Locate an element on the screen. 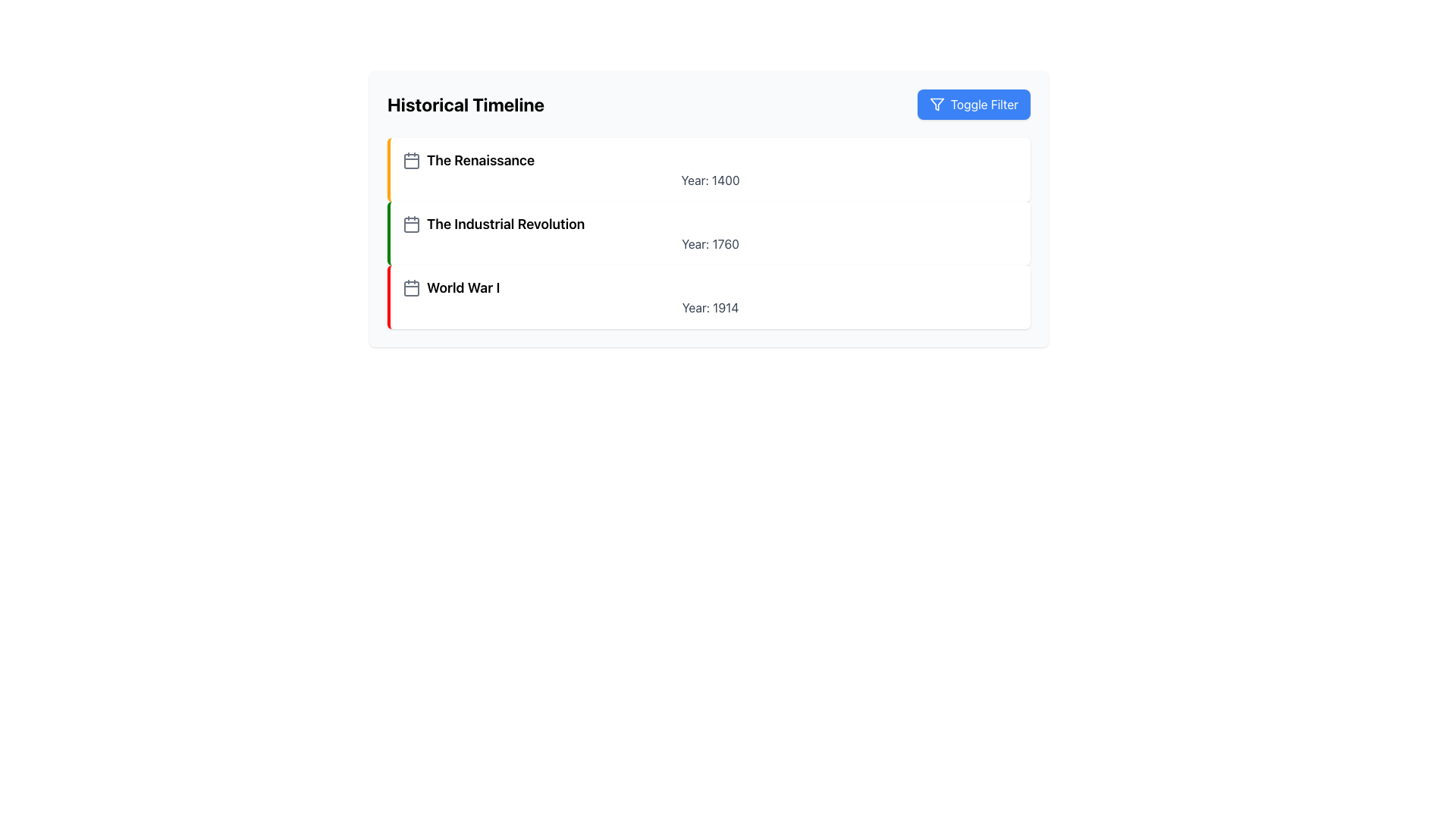 The height and width of the screenshot is (819, 1456). the third calendar icon in the timeline corresponding to 'World War I', which has a minimalistic gray design and rounded corners is located at coordinates (411, 289).